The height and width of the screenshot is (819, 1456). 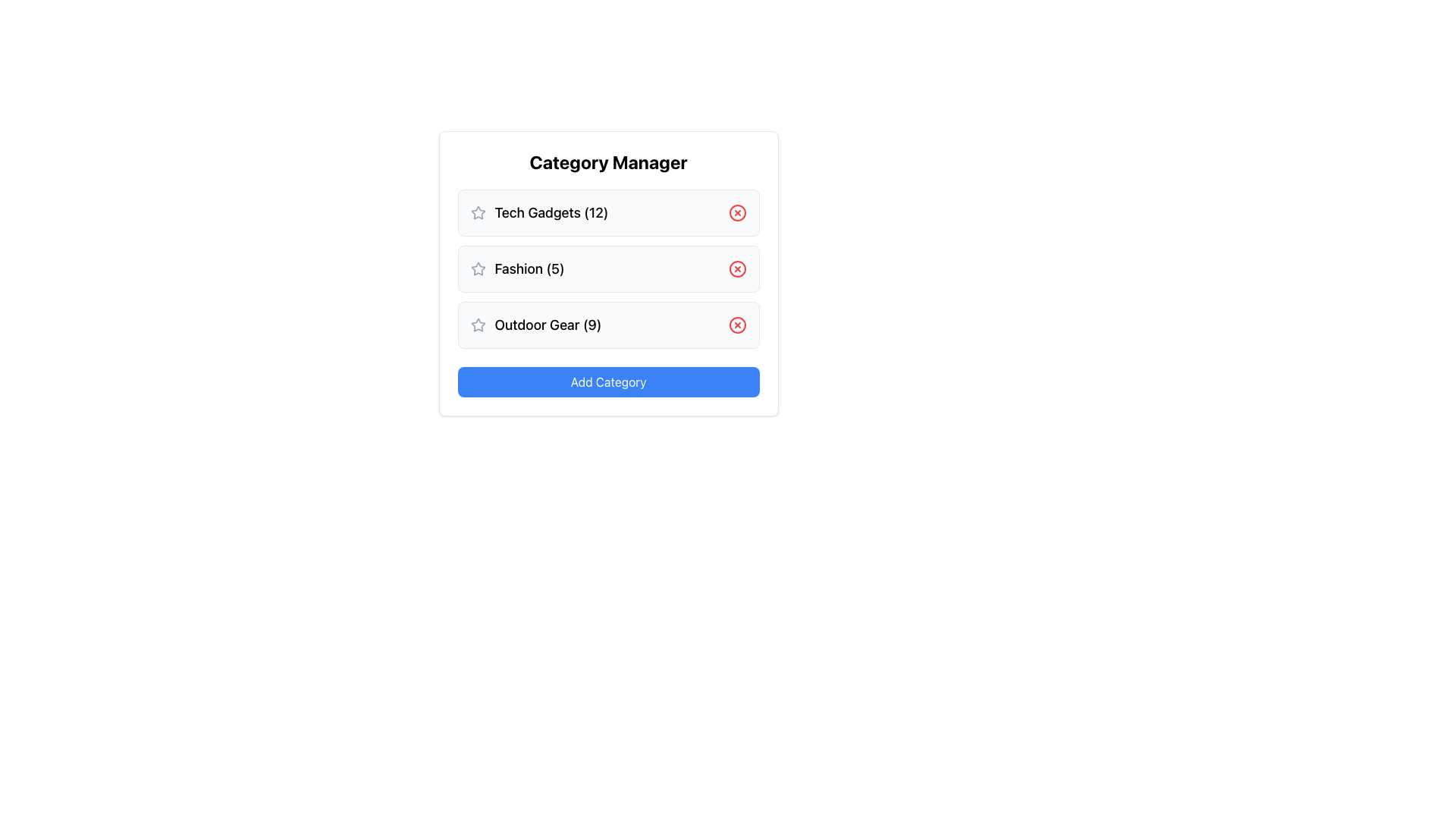 What do you see at coordinates (477, 268) in the screenshot?
I see `the star-shaped icon with a hollow outline in the 'Fashion (5)' category` at bounding box center [477, 268].